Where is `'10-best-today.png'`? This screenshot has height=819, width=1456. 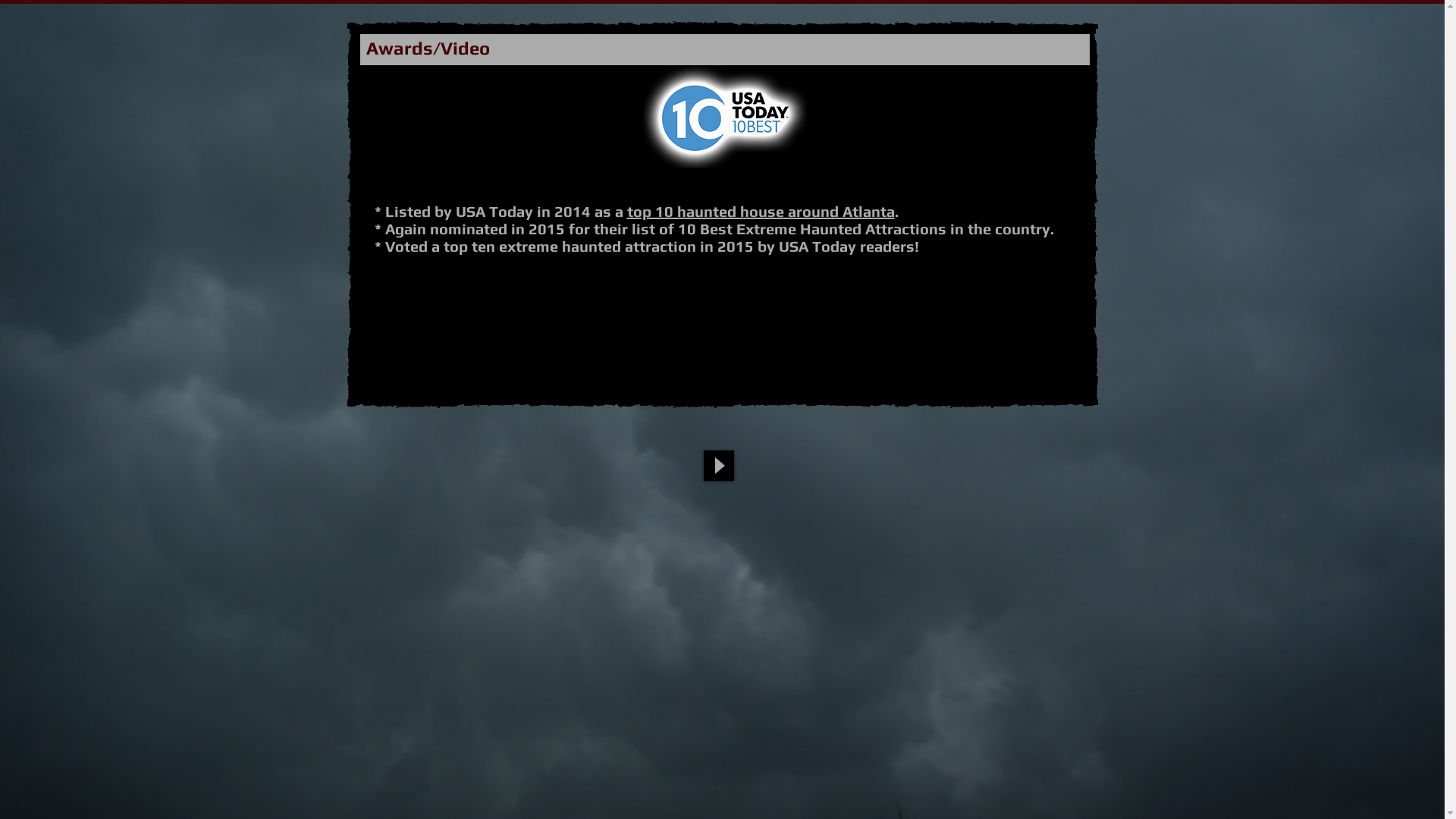 '10-best-today.png' is located at coordinates (723, 116).